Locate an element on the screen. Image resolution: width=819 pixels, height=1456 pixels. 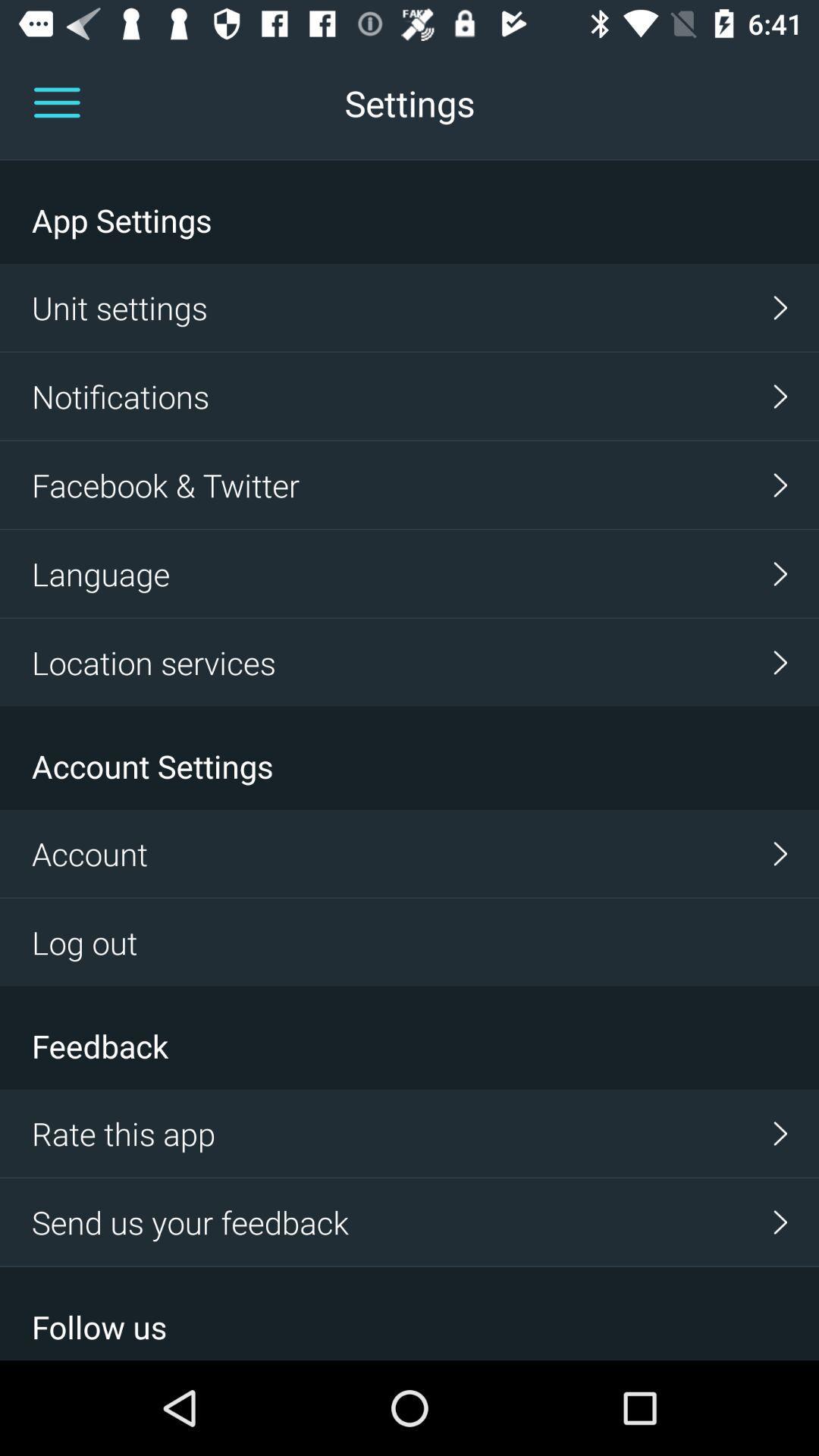
option menu is located at coordinates (56, 102).